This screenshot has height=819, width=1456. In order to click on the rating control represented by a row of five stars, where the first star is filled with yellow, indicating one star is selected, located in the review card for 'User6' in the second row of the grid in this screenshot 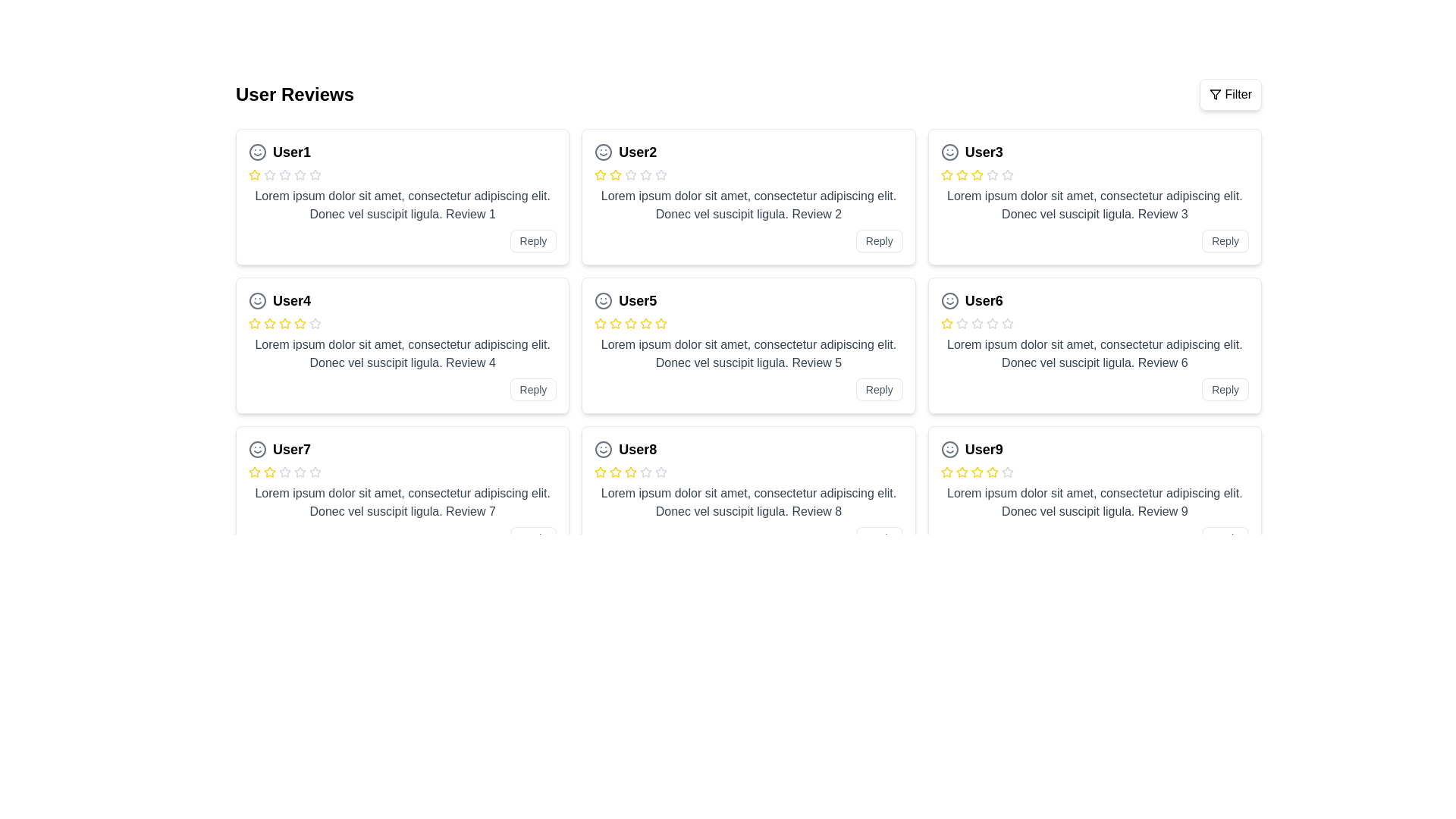, I will do `click(1094, 323)`.